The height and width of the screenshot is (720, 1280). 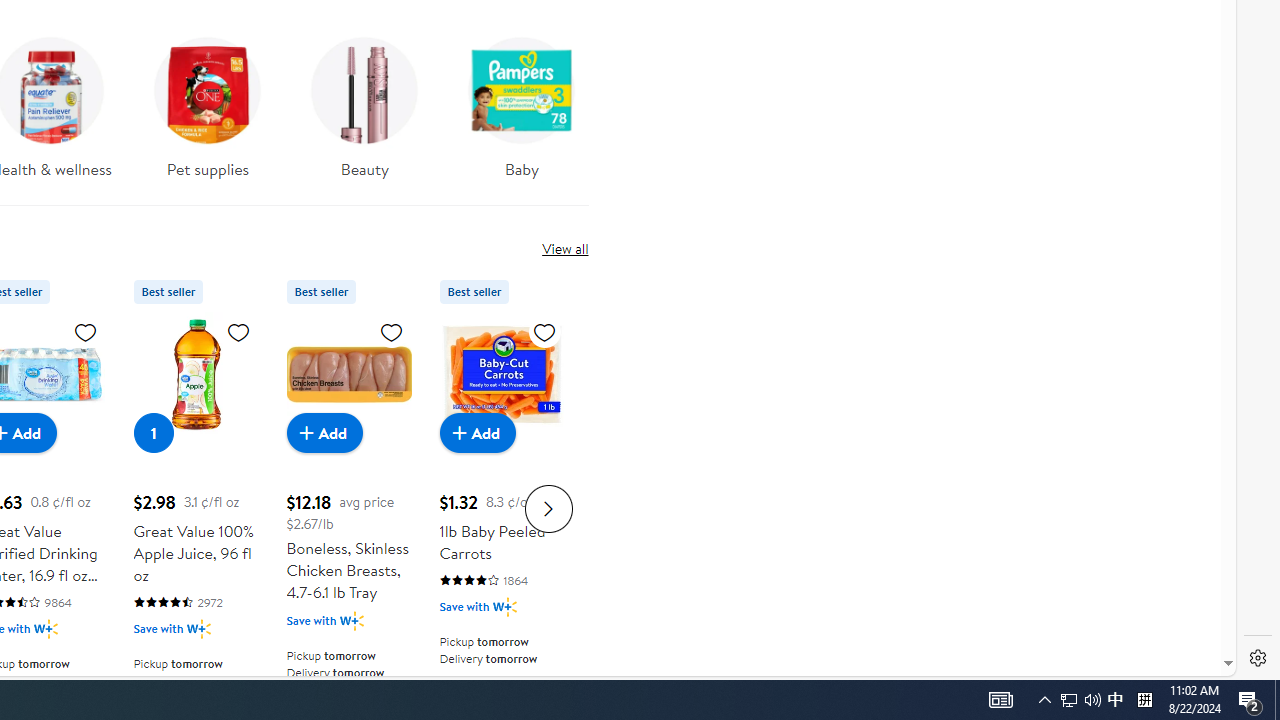 What do you see at coordinates (548, 507) in the screenshot?
I see `'Next slide for Product Carousel list'` at bounding box center [548, 507].